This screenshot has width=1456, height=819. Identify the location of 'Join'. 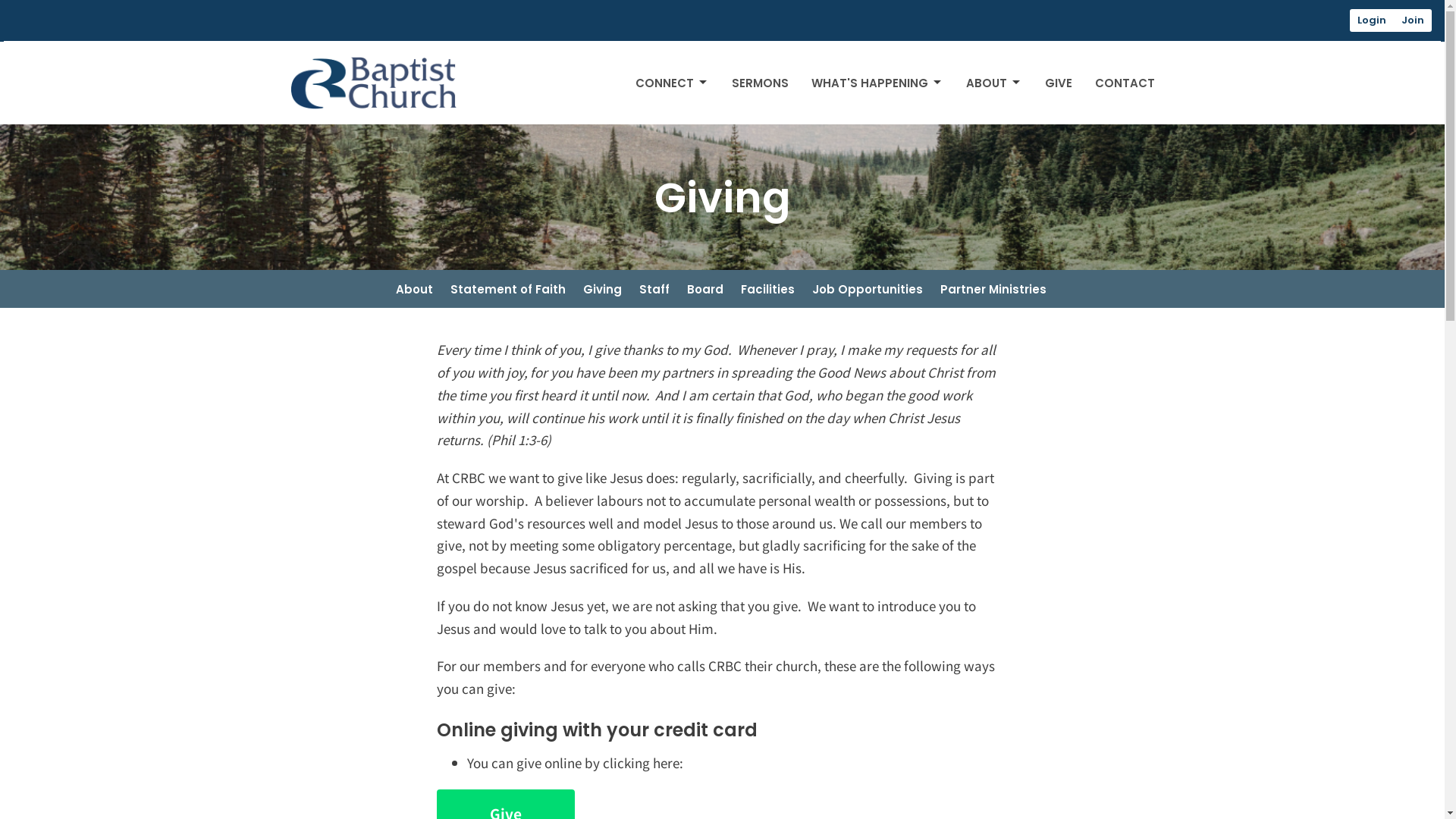
(1411, 20).